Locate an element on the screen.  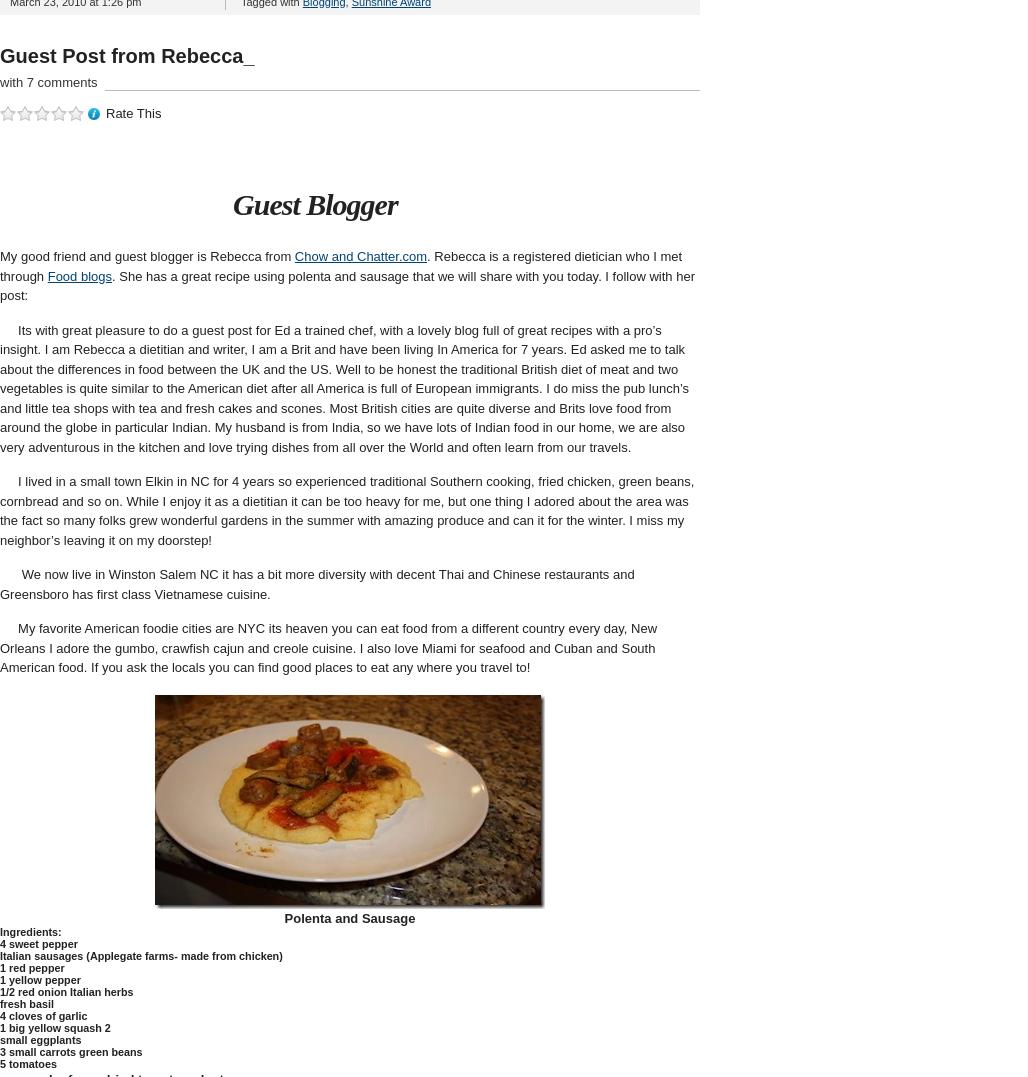
'I lived in a small town Elkin in NC for 4 years so experienced traditional Southern cooking, fried chicken, green beans, cornbread and so on. While I enjoy it as a dietitian it can be too heavy for me, but one thing I adored about the area was the fact so many folks grew wonderful gardens in the summer with amazing produce and can it for the winter. I miss my neighbor’s leaving it on my doorstep!' is located at coordinates (345, 509).